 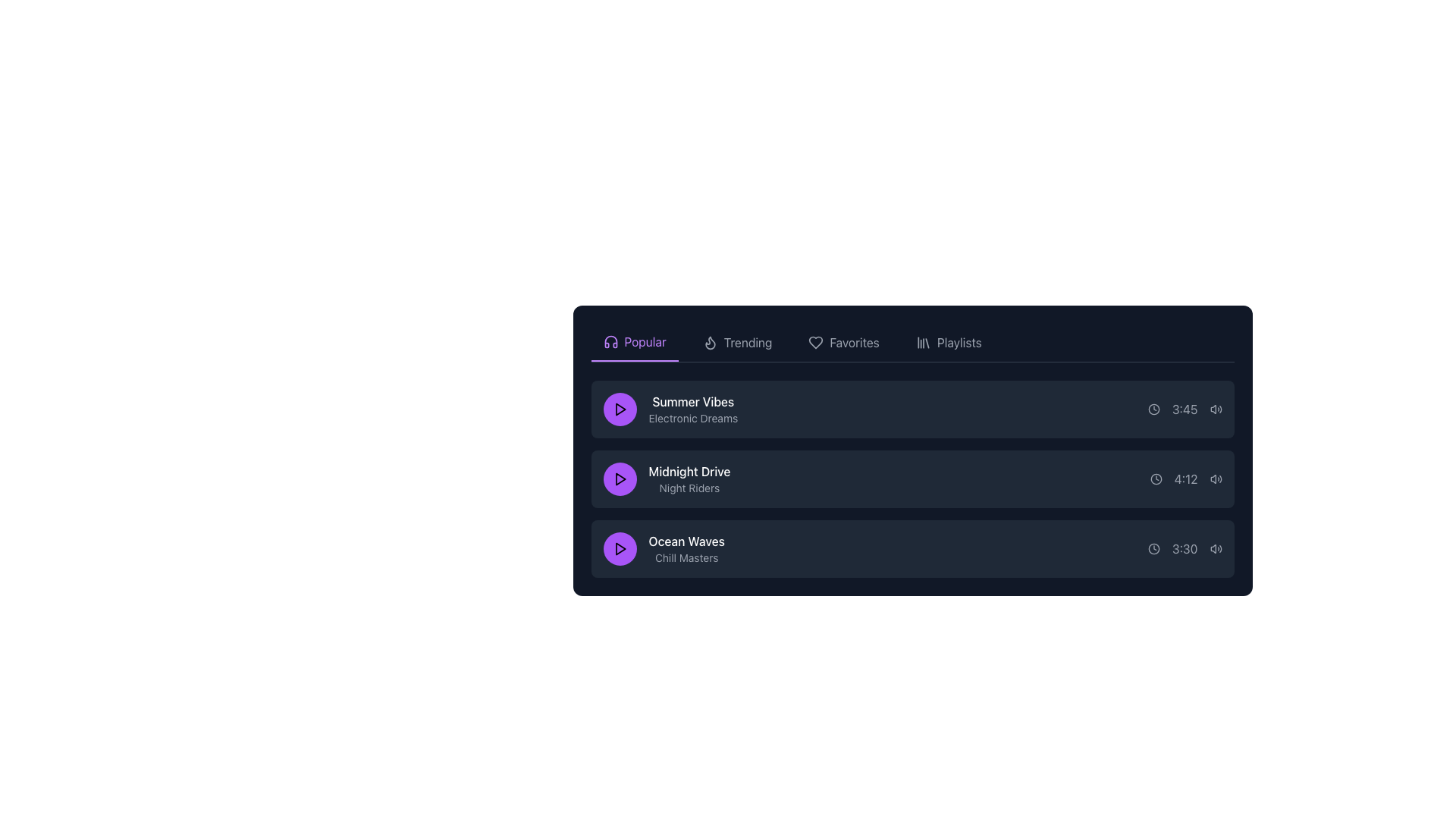 What do you see at coordinates (610, 342) in the screenshot?
I see `the headphone icon styled with a modern, minimalistic line design in purple, located to the left of the 'Popular' text in the 'Popular' tab header section` at bounding box center [610, 342].